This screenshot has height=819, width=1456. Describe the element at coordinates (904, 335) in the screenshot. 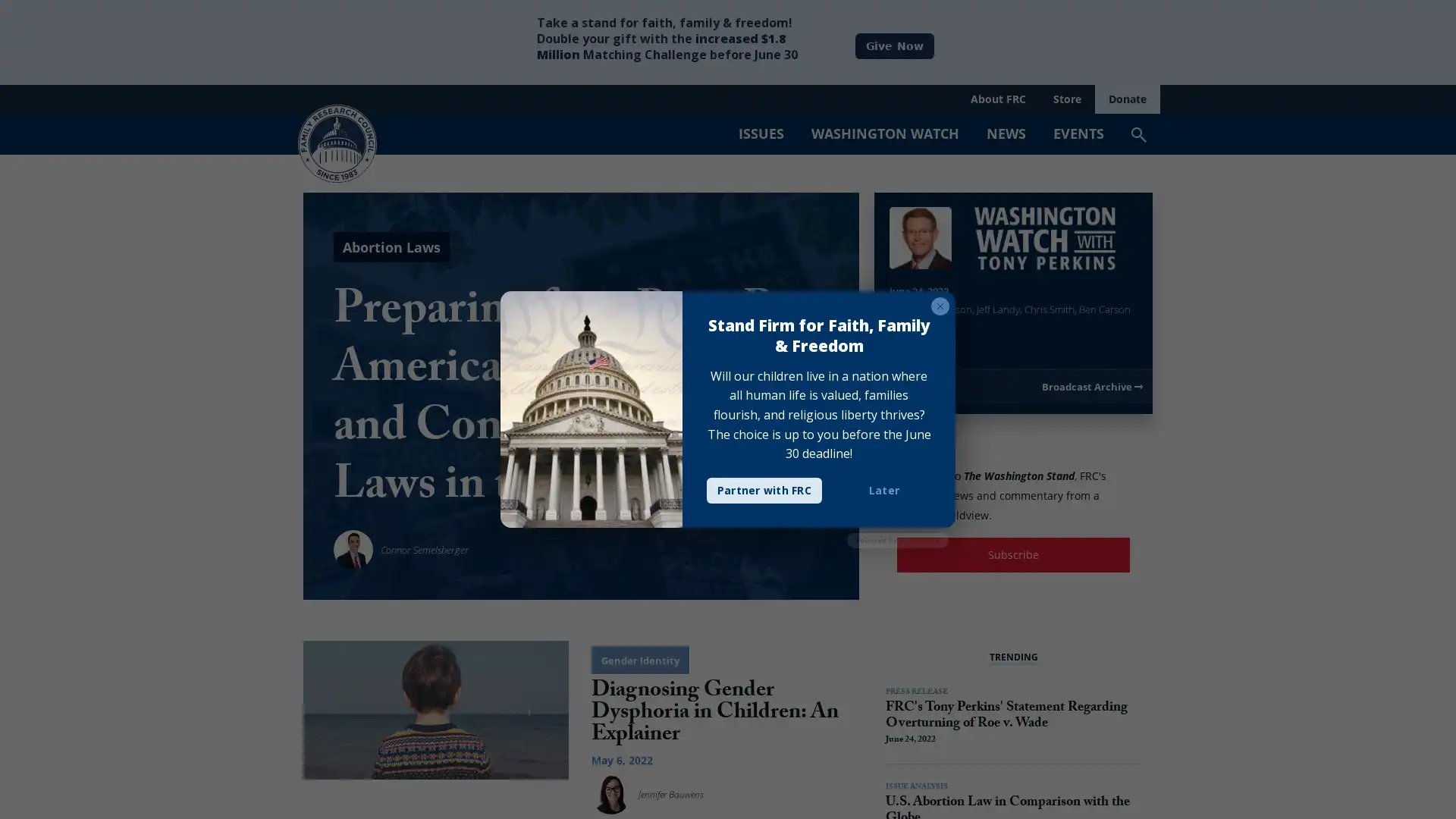

I see `Play Video` at that location.